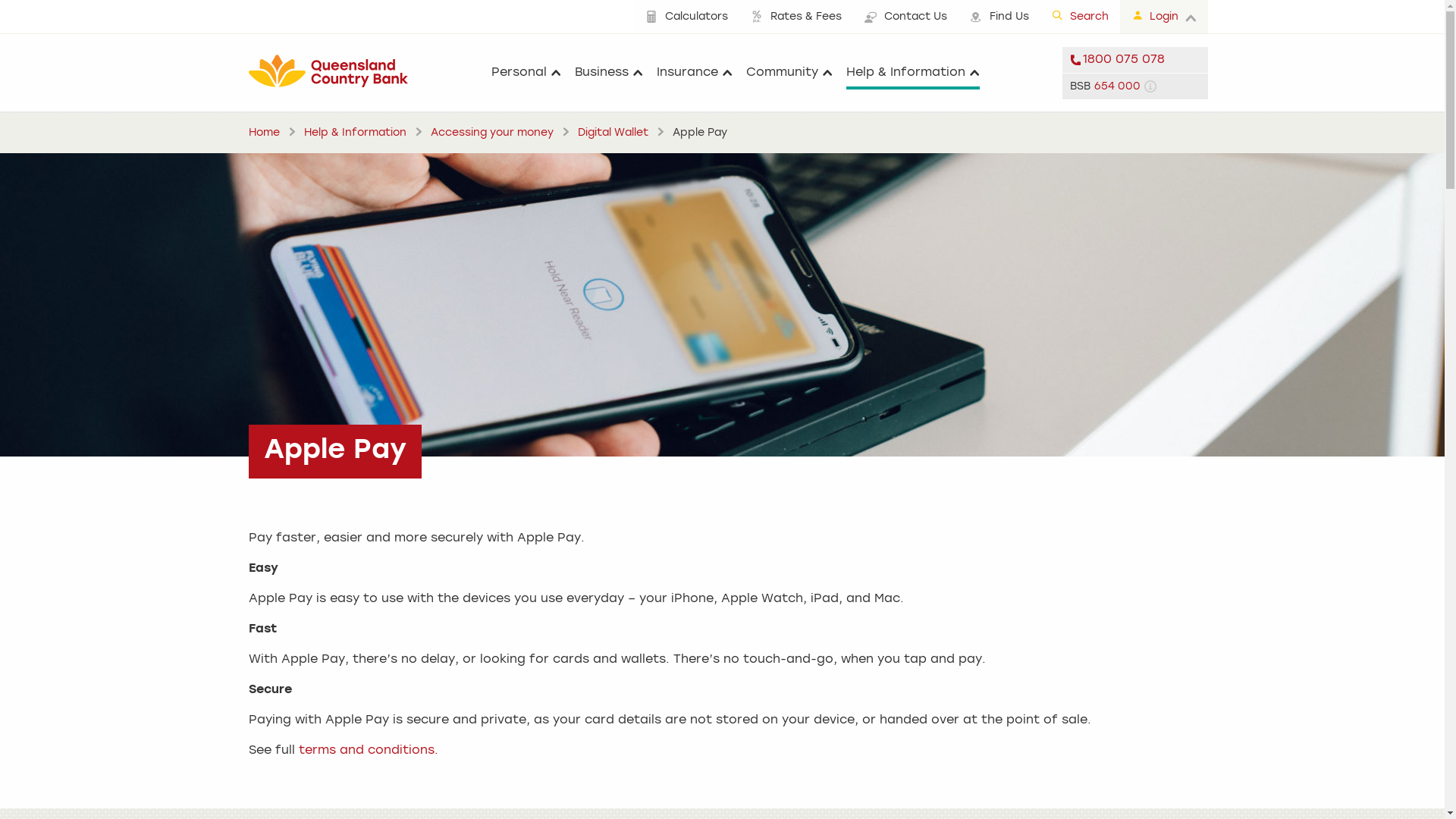 The width and height of the screenshot is (1456, 819). I want to click on 'Home', so click(264, 131).